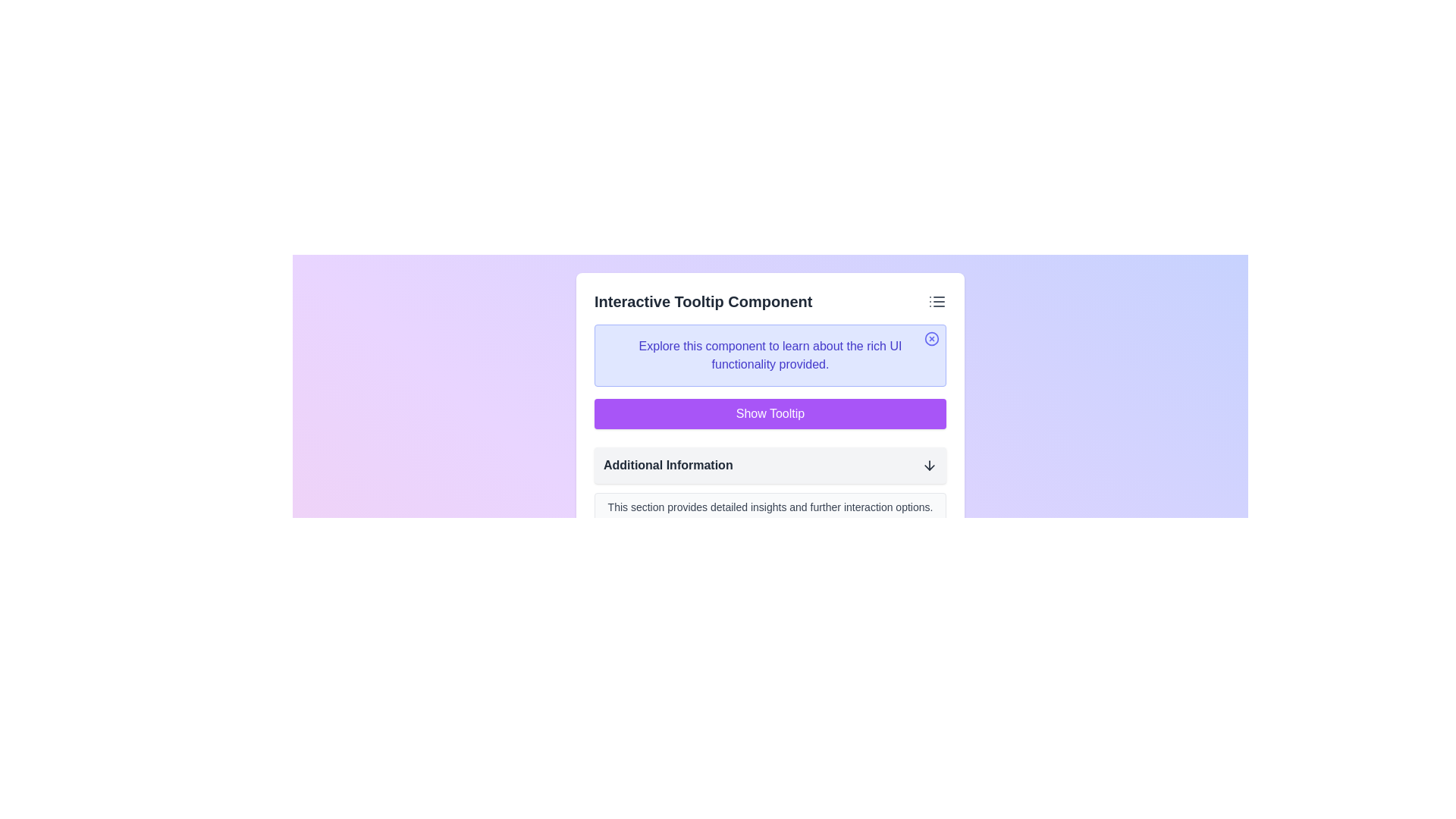  What do you see at coordinates (930, 338) in the screenshot?
I see `the circular graphical element (SVG-based) located in the upper-right corner of a tooltip box, which is the larger circular component surrounding a smaller cross-shaped element` at bounding box center [930, 338].